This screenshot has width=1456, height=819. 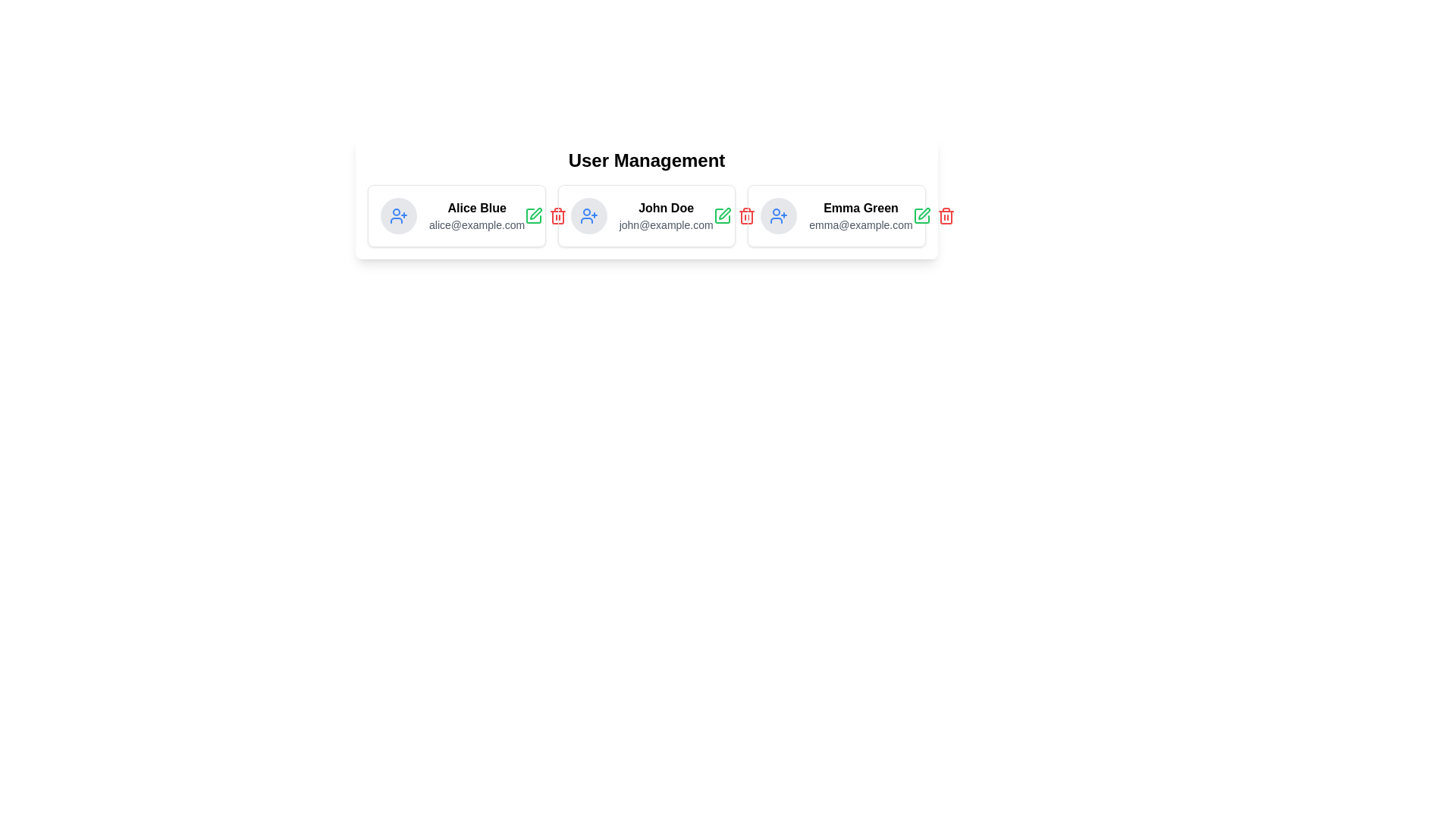 I want to click on the text label indicating the name 'John Doe' in the second user information card, so click(x=666, y=208).